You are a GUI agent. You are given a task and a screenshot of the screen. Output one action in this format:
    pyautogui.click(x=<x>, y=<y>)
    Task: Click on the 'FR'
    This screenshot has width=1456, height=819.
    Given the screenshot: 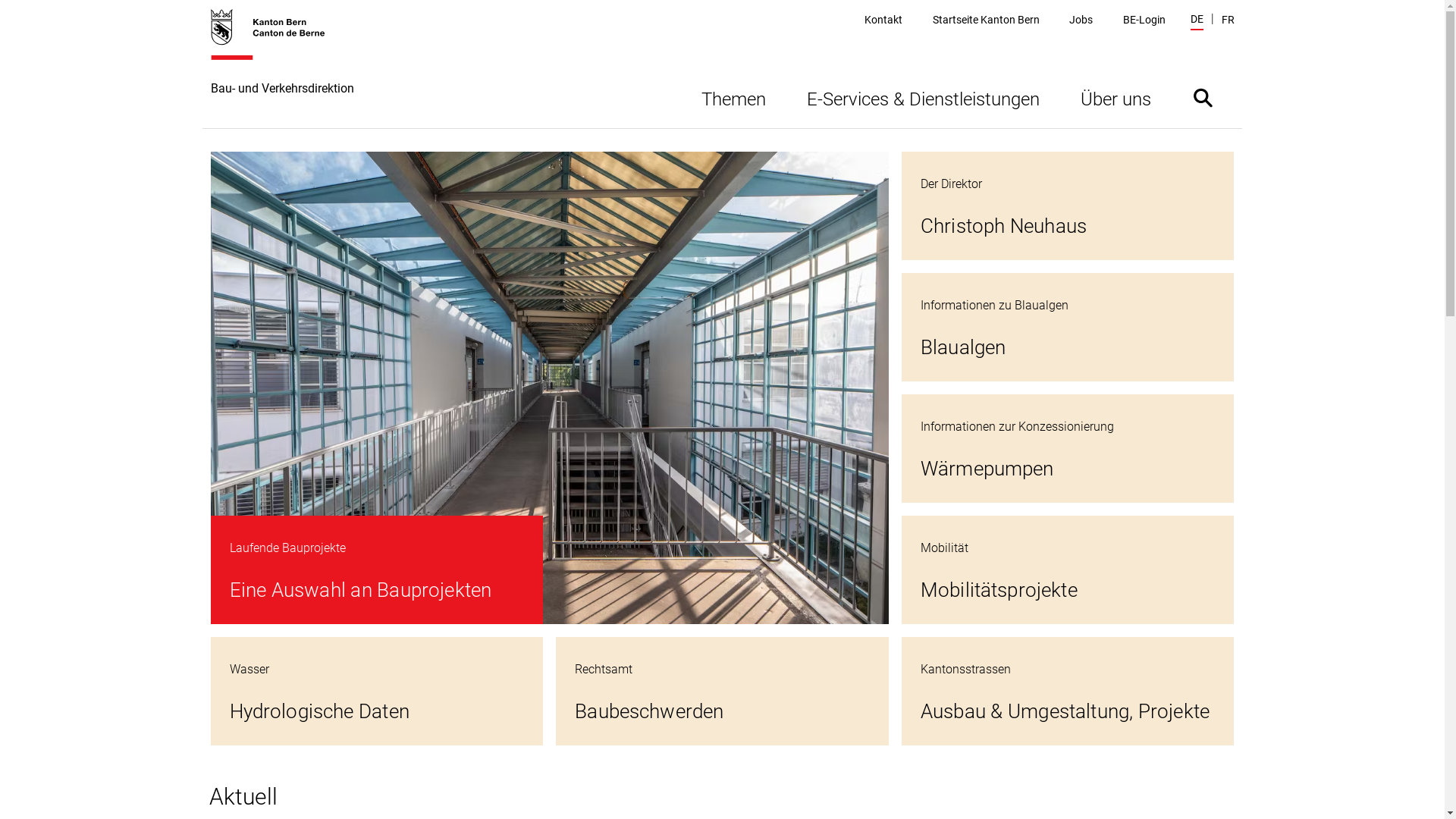 What is the action you would take?
    pyautogui.click(x=1227, y=20)
    